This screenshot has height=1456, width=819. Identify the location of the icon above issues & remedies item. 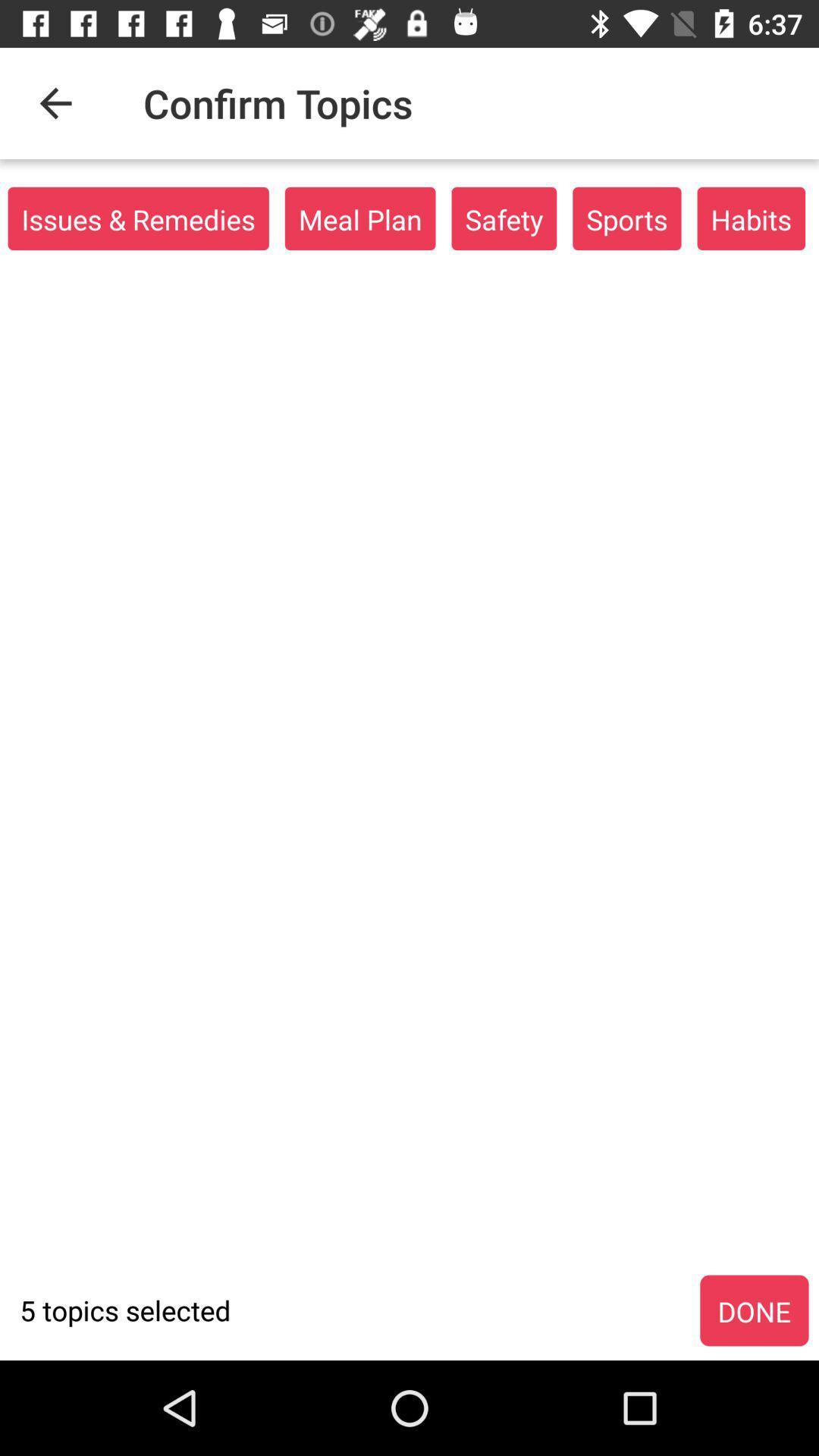
(55, 102).